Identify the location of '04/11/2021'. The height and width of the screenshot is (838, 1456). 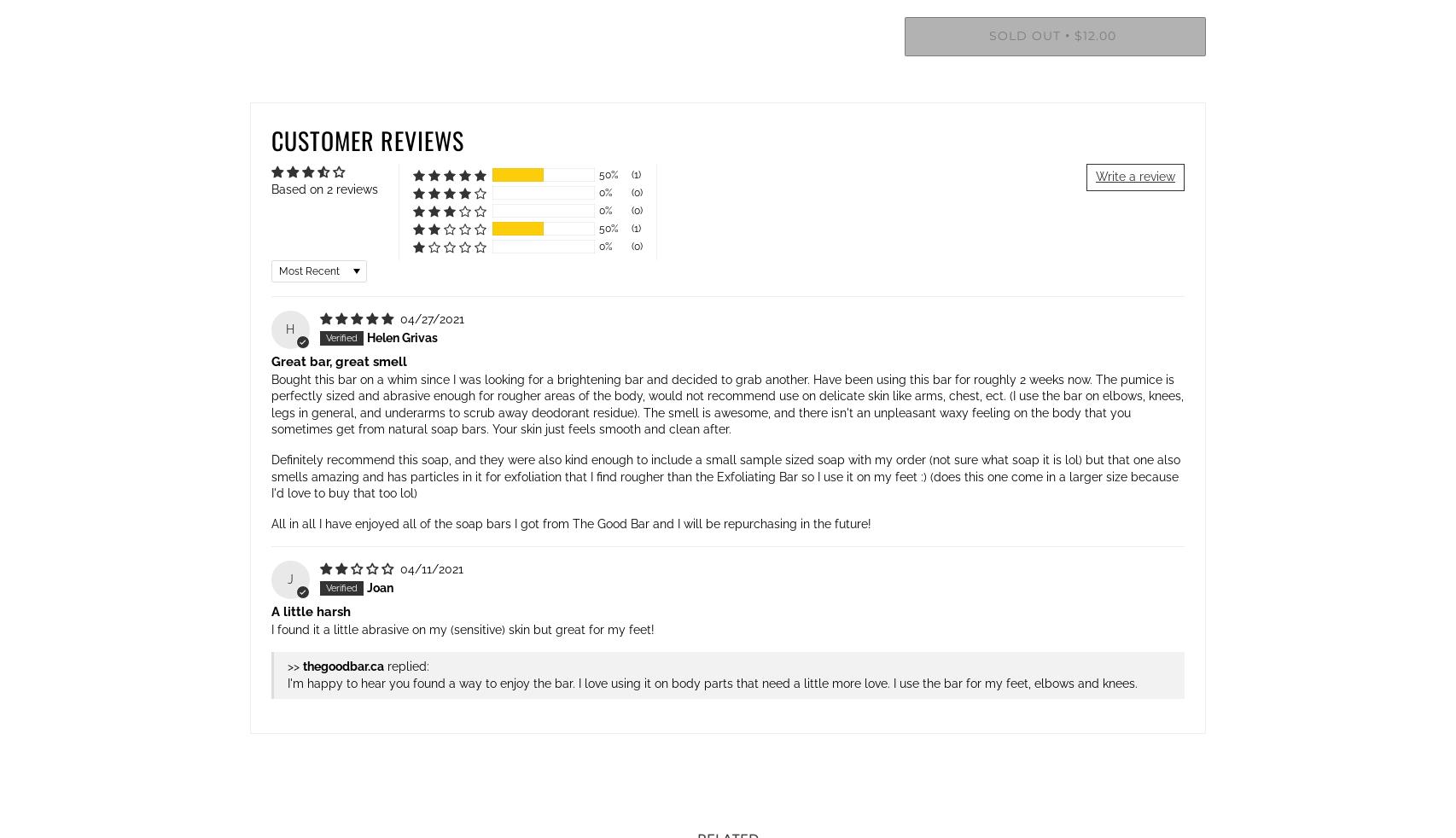
(429, 567).